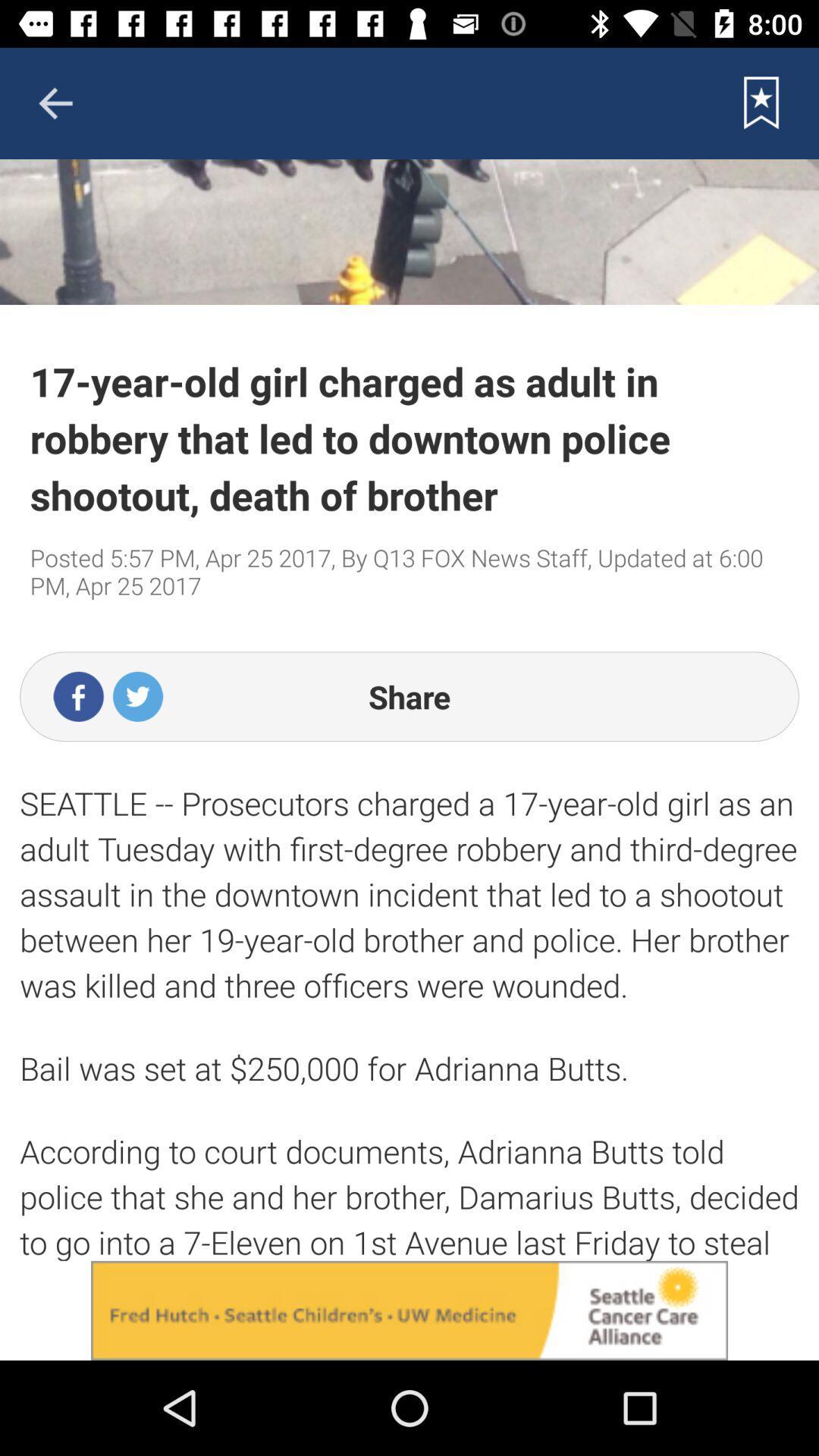 Image resolution: width=819 pixels, height=1456 pixels. I want to click on save, so click(761, 102).